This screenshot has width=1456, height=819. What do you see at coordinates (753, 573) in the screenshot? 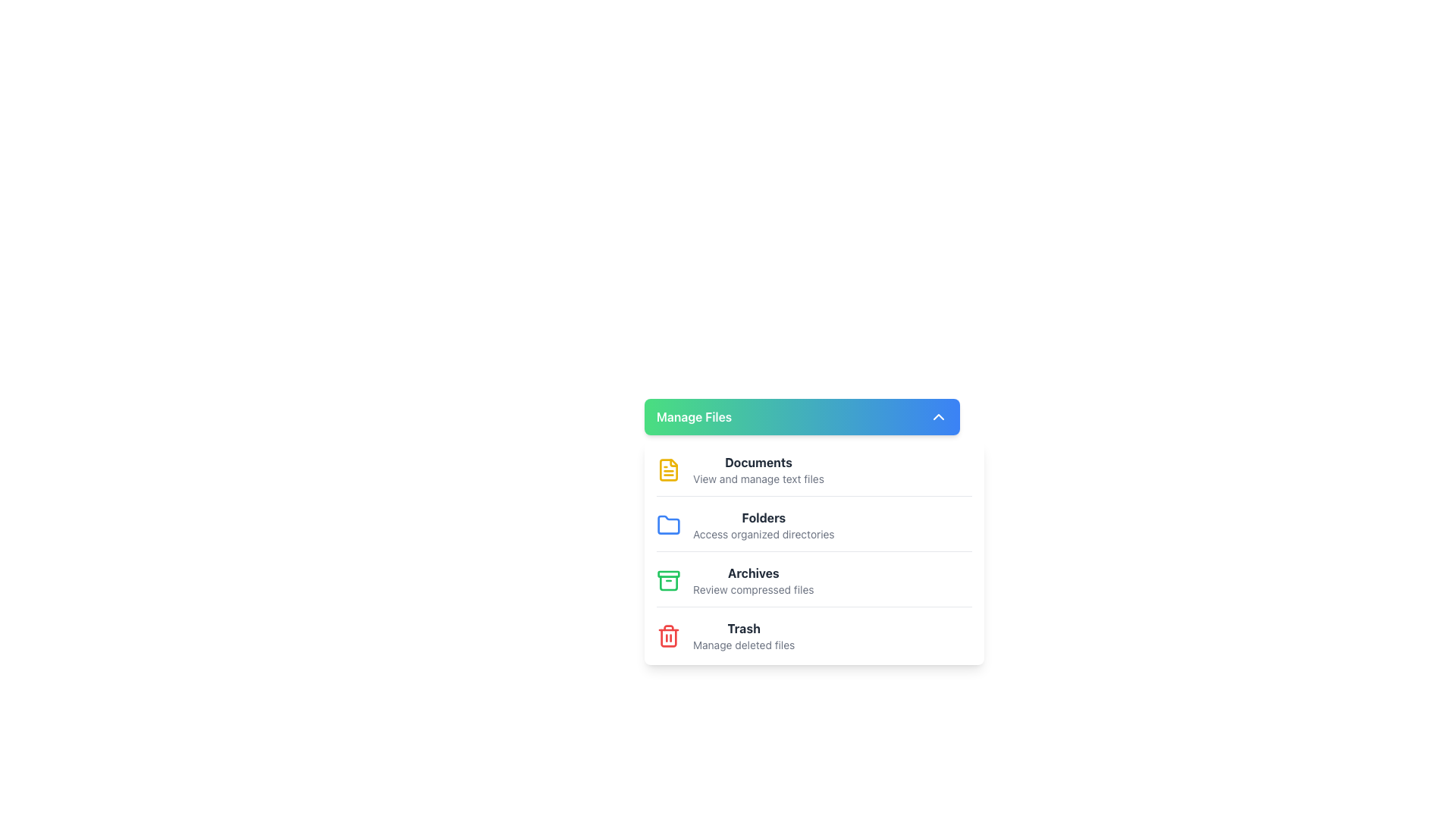
I see `the bold text label reading 'Archives', which is styled in dark gray and positioned in the 'Manage Files' section as the third item in the list` at bounding box center [753, 573].